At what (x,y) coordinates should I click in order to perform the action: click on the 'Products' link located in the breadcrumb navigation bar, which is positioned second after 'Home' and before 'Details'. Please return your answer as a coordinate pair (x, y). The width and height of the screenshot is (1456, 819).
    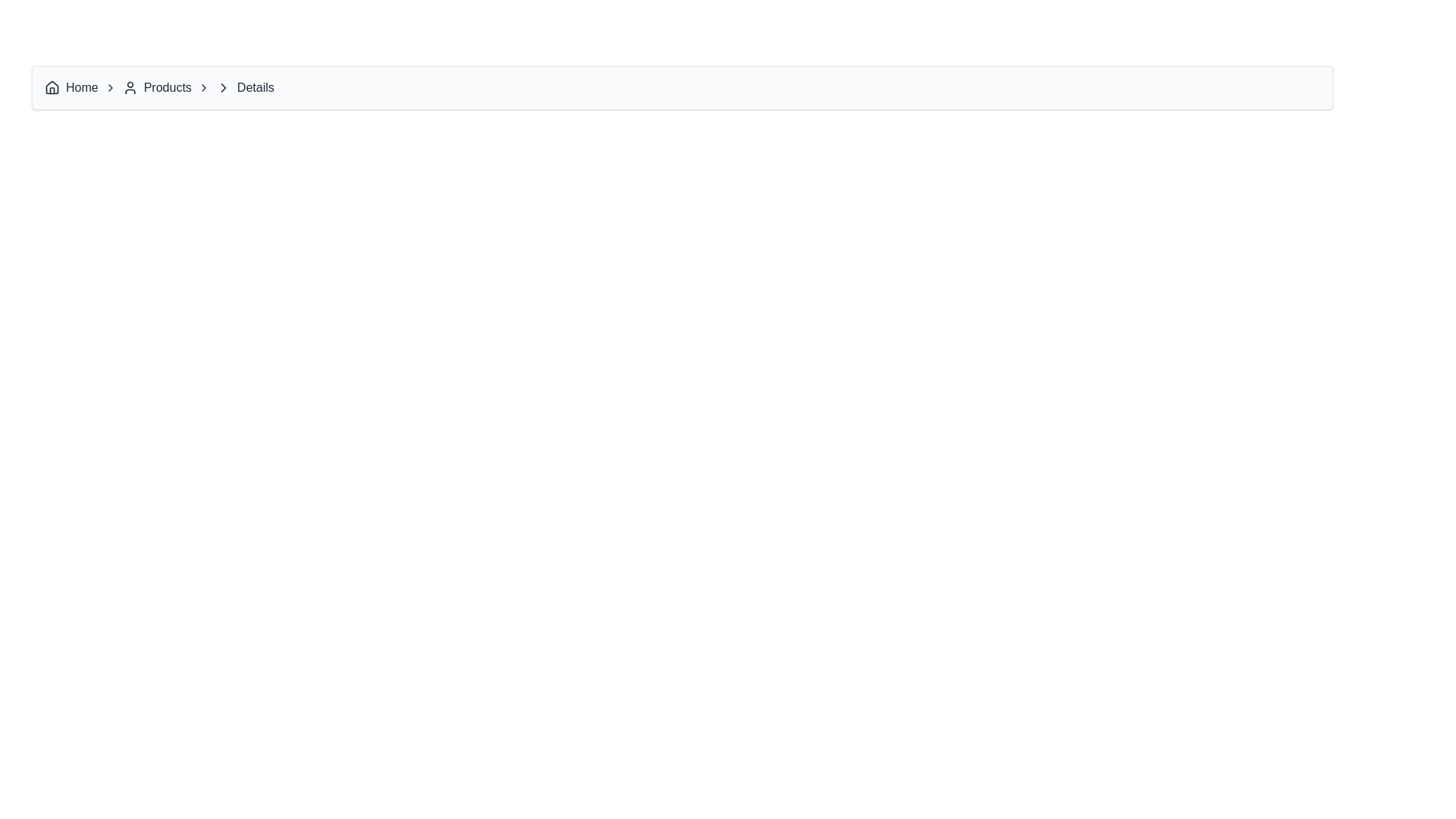
    Looking at the image, I should click on (156, 87).